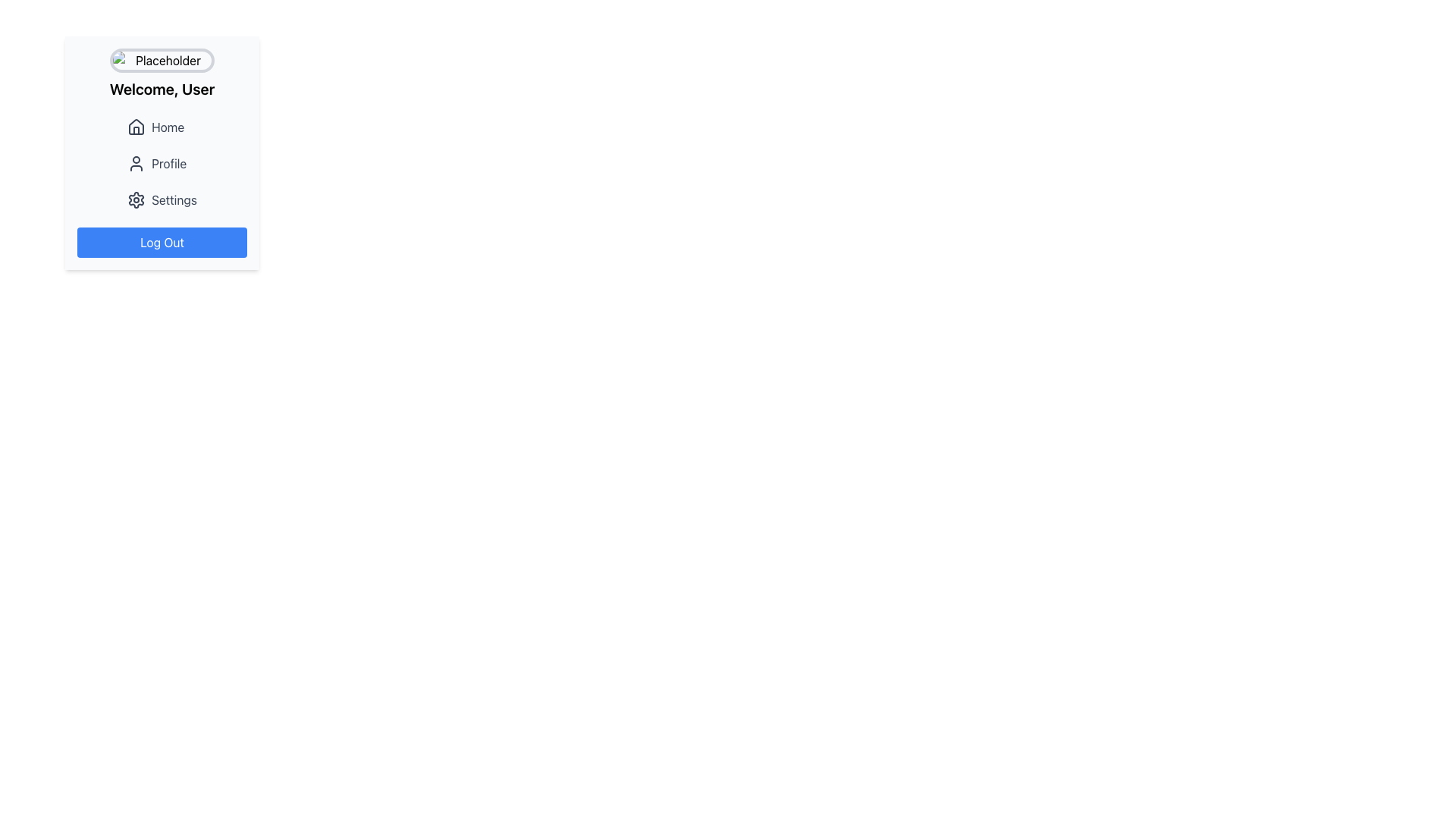 The width and height of the screenshot is (1456, 819). What do you see at coordinates (162, 164) in the screenshot?
I see `the navigation button located between the 'Home' and 'Settings' menu items in the sidebar to observe the hover effect` at bounding box center [162, 164].